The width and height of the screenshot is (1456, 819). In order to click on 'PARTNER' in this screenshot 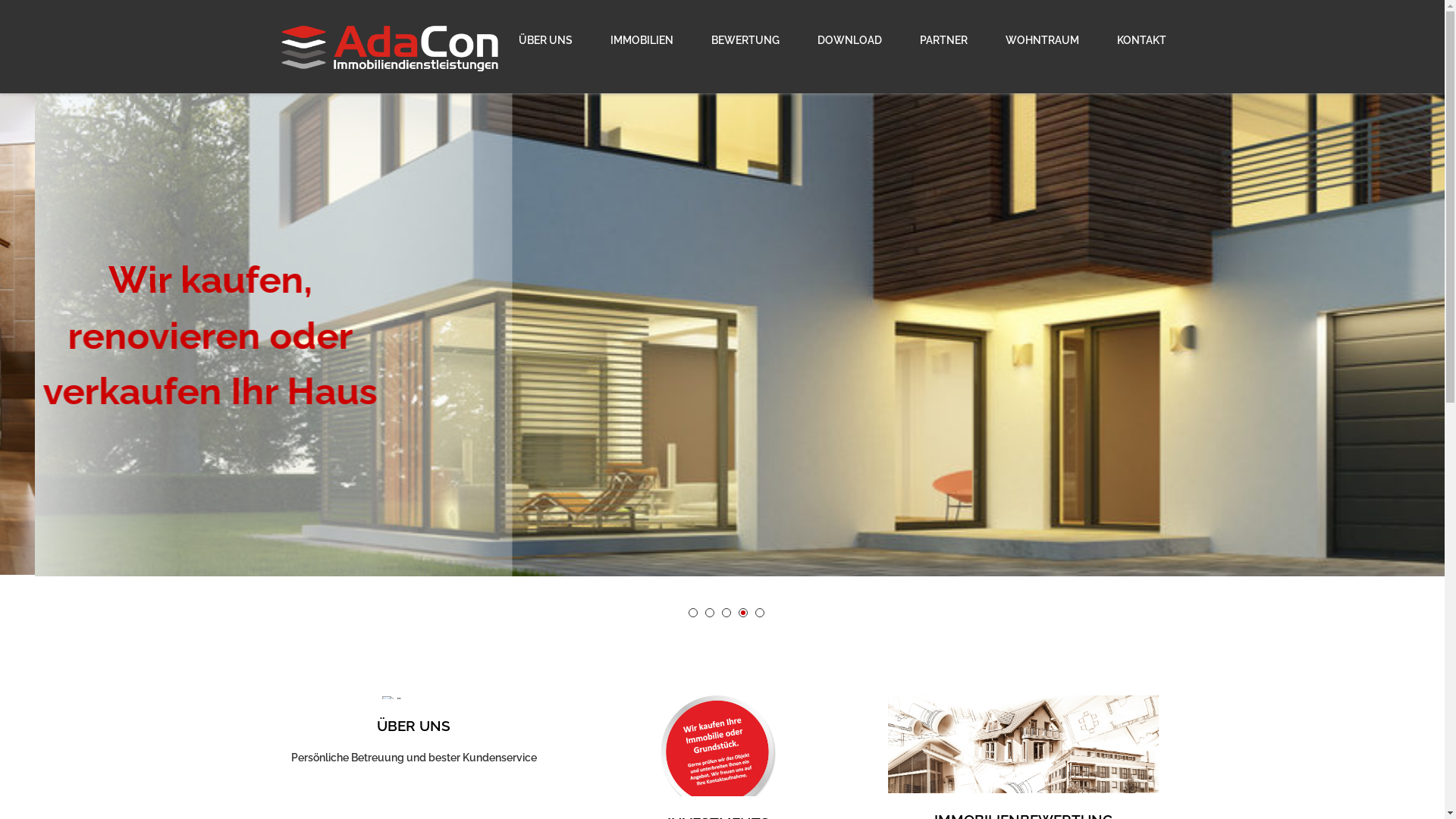, I will do `click(902, 39)`.